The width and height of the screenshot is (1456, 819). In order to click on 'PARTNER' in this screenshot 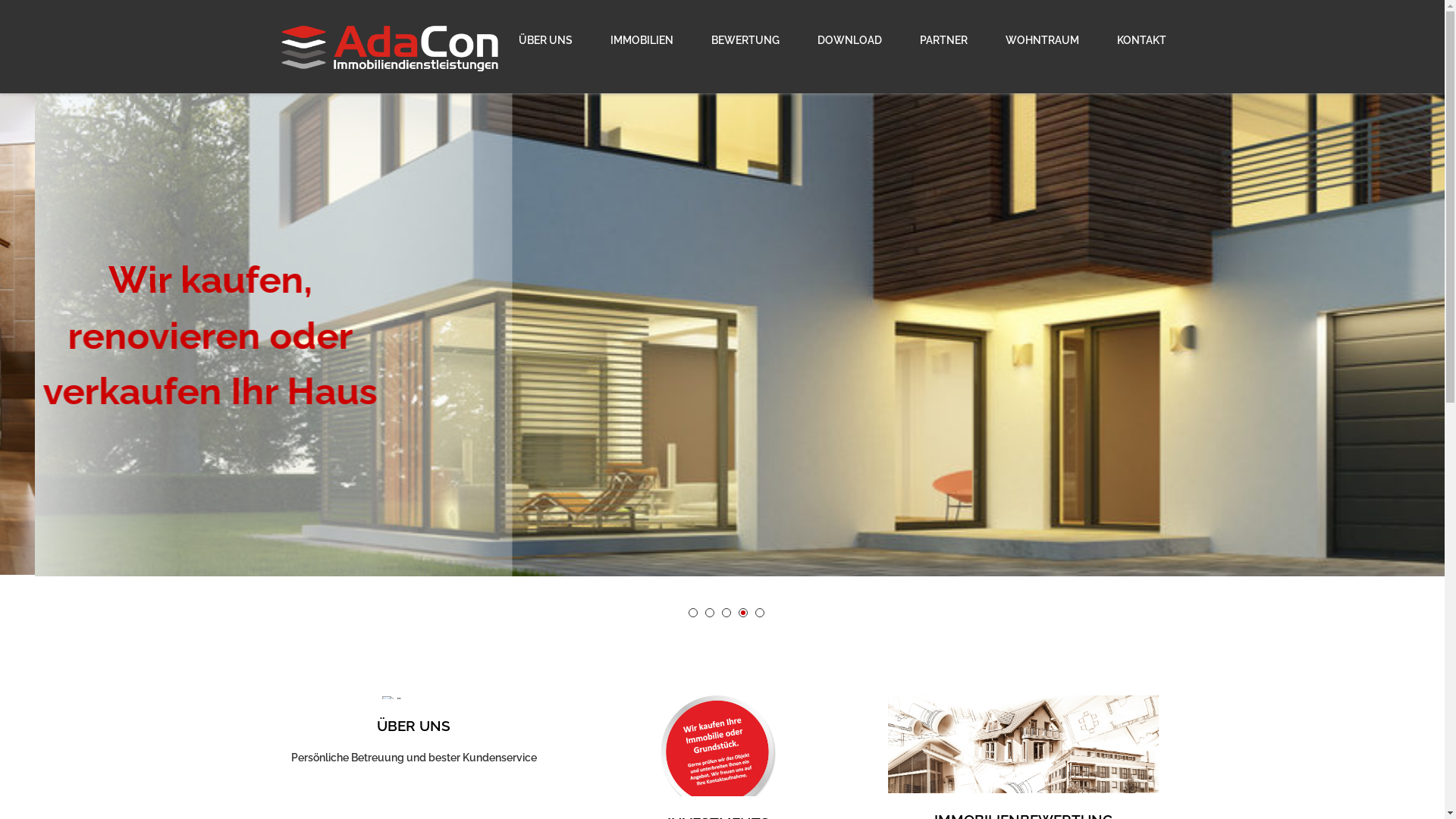, I will do `click(902, 39)`.